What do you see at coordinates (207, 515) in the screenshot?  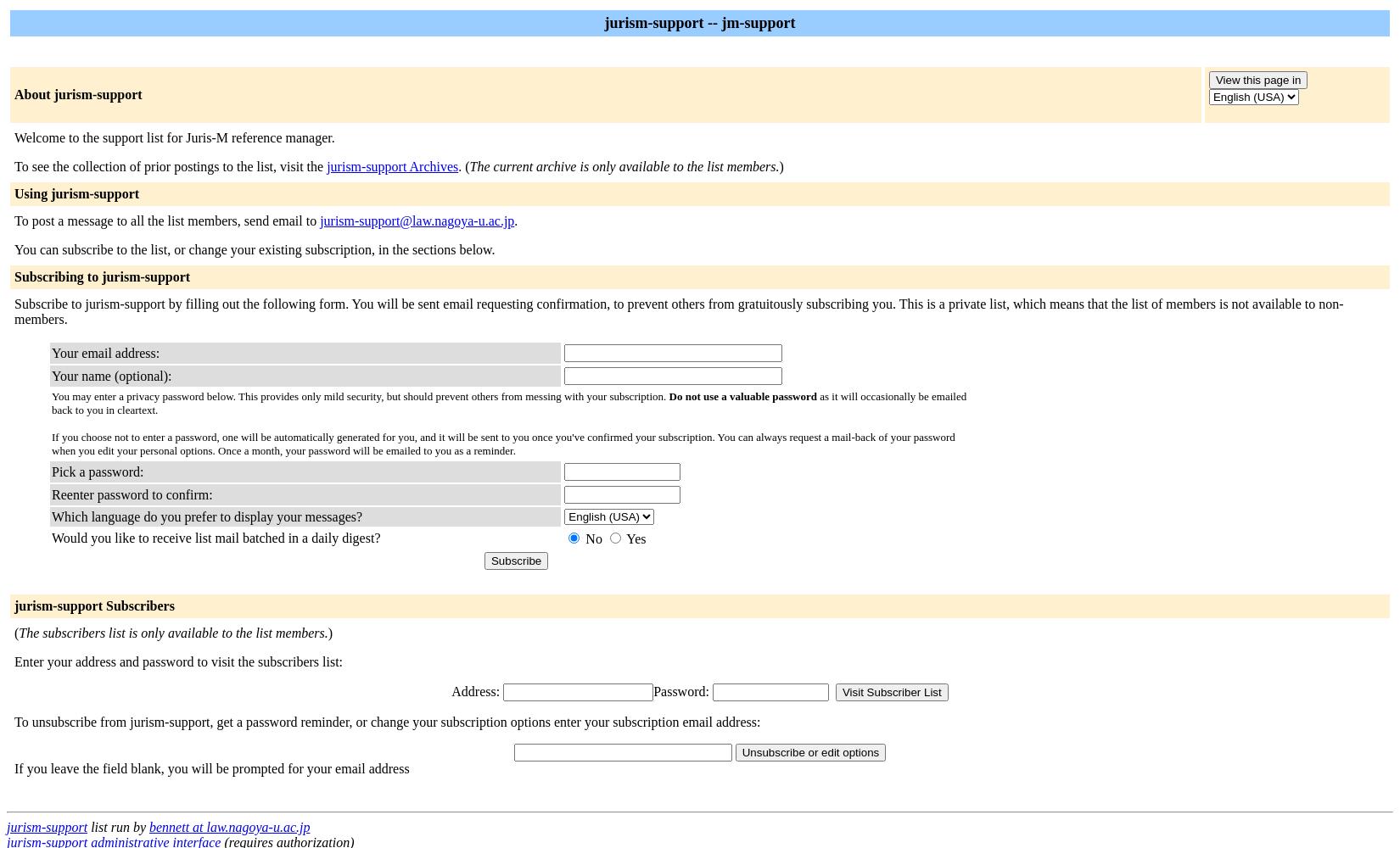 I see `'Which language do you prefer to display your messages?'` at bounding box center [207, 515].